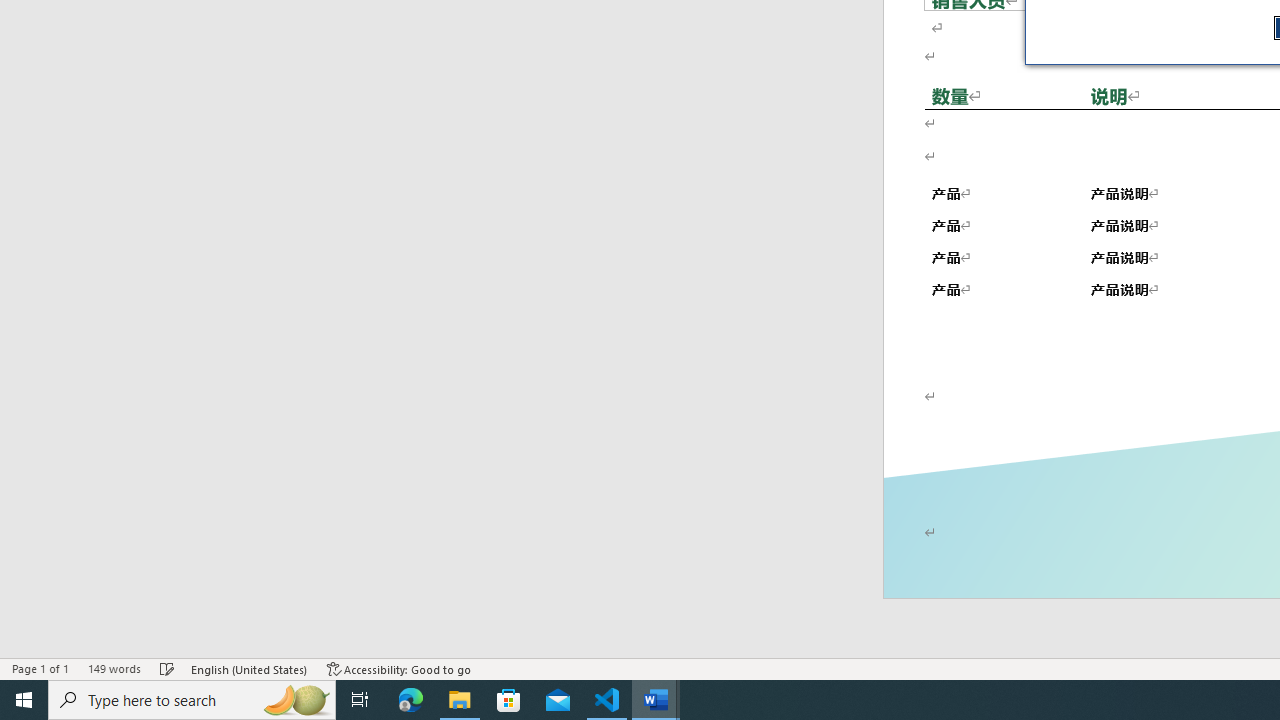  Describe the element at coordinates (509, 698) in the screenshot. I see `'Microsoft Store'` at that location.